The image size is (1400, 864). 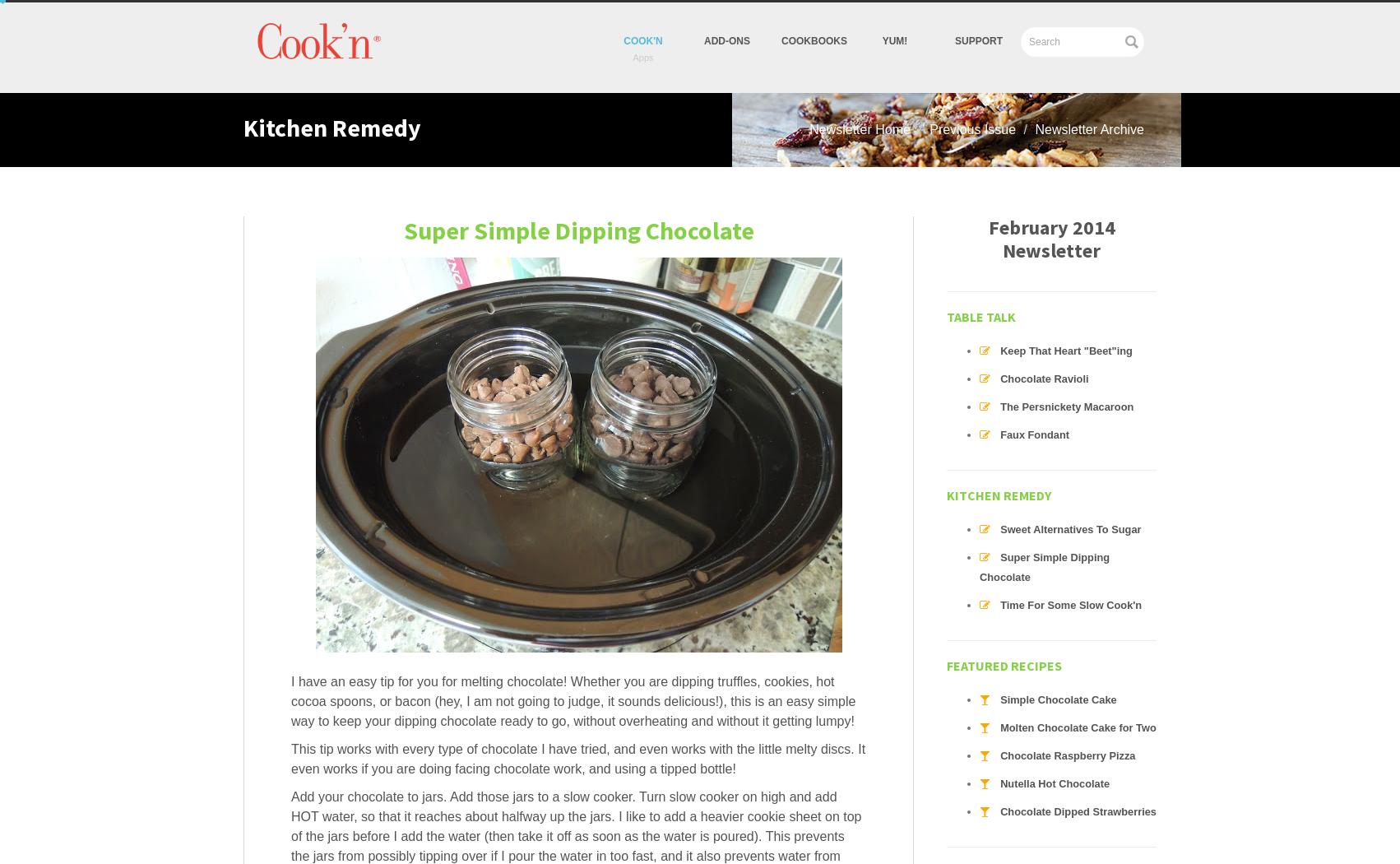 I want to click on 'Nutella Hot Chocolate', so click(x=1054, y=783).